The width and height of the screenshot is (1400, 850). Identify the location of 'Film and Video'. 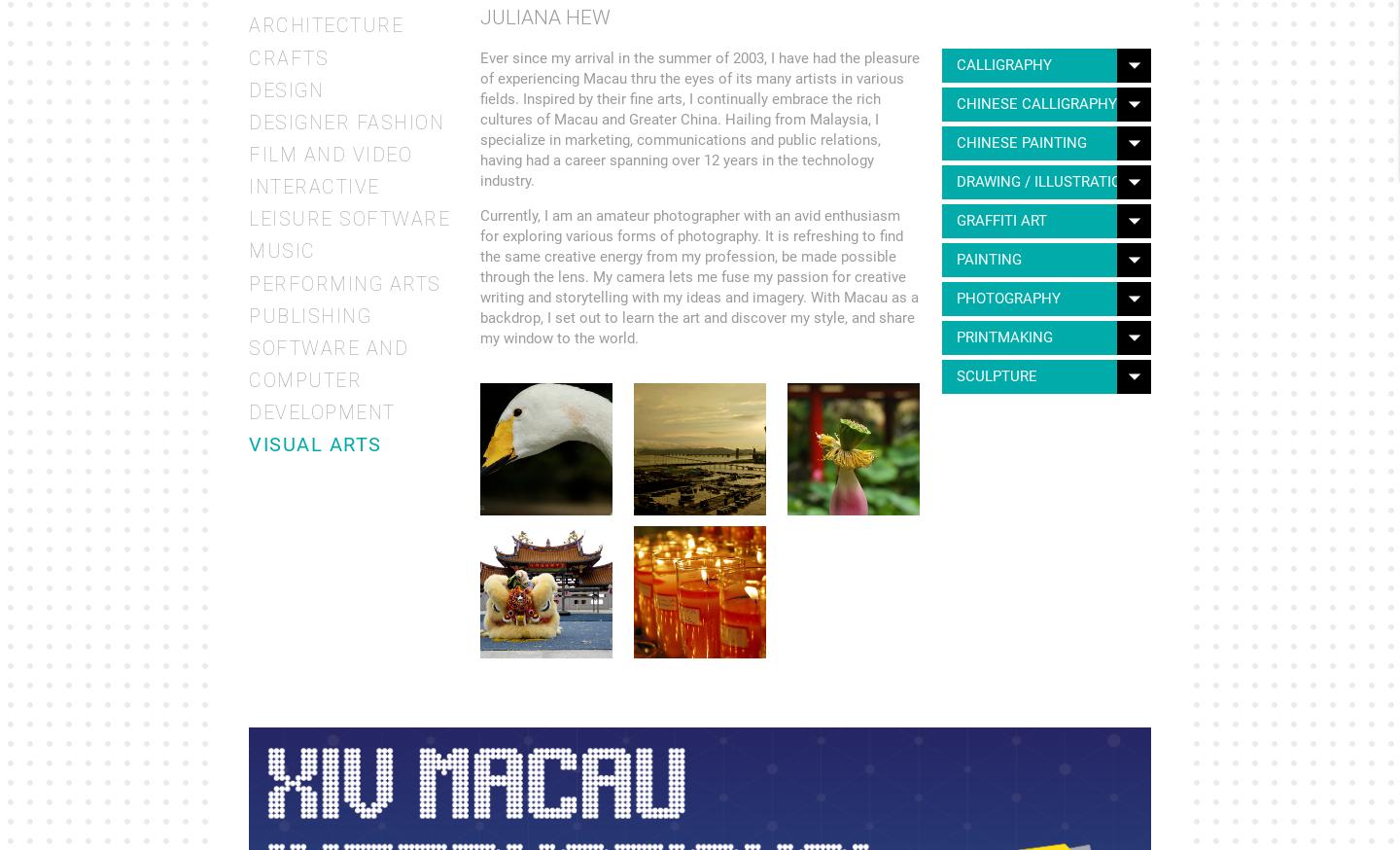
(330, 153).